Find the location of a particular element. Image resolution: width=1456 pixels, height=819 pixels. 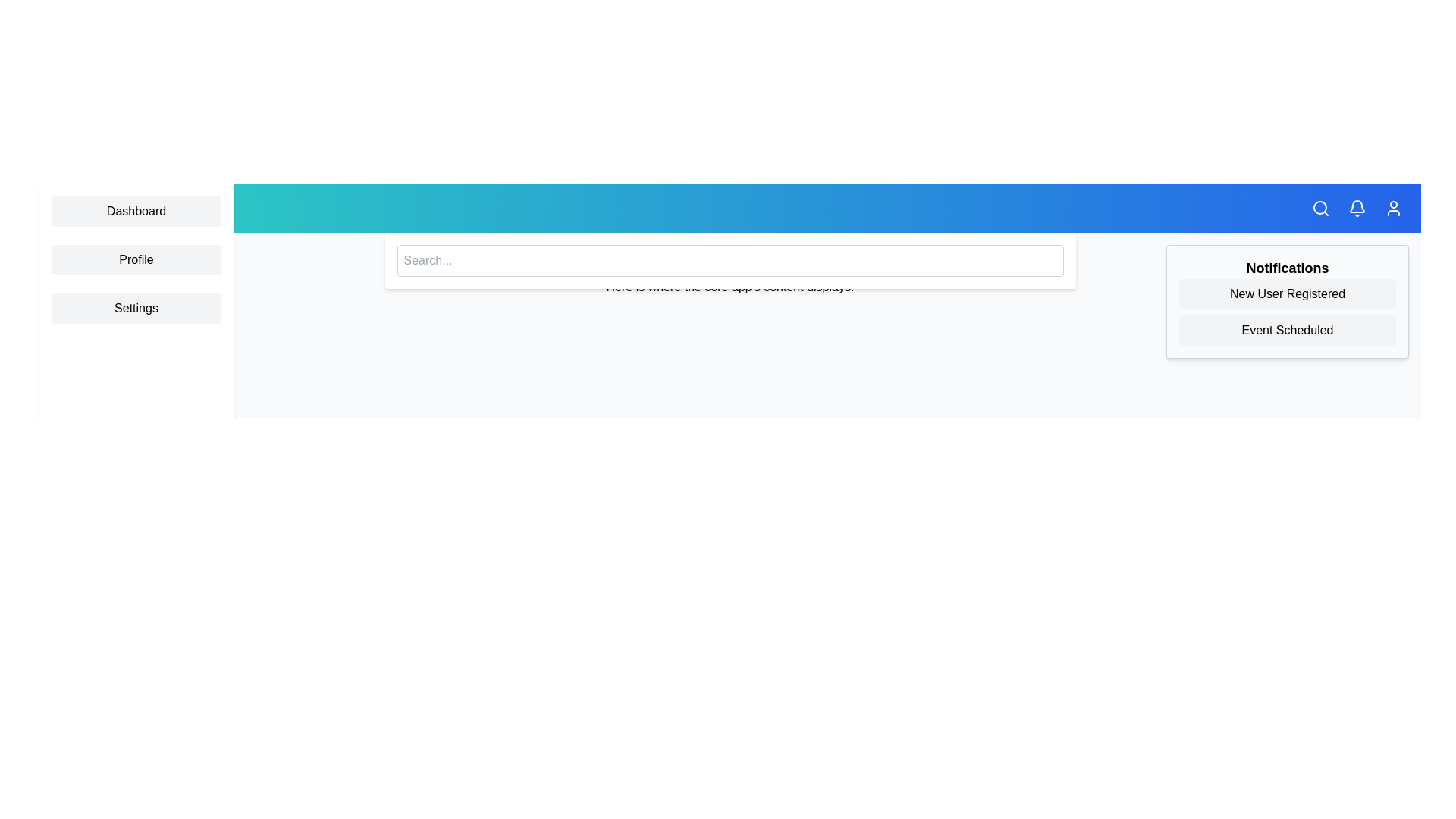

the Notification Panel, which has a gray background, rounded edges, and contains the title 'Notifications' along with two items labeled 'New User Registered' and 'Event Scheduled' is located at coordinates (1287, 301).